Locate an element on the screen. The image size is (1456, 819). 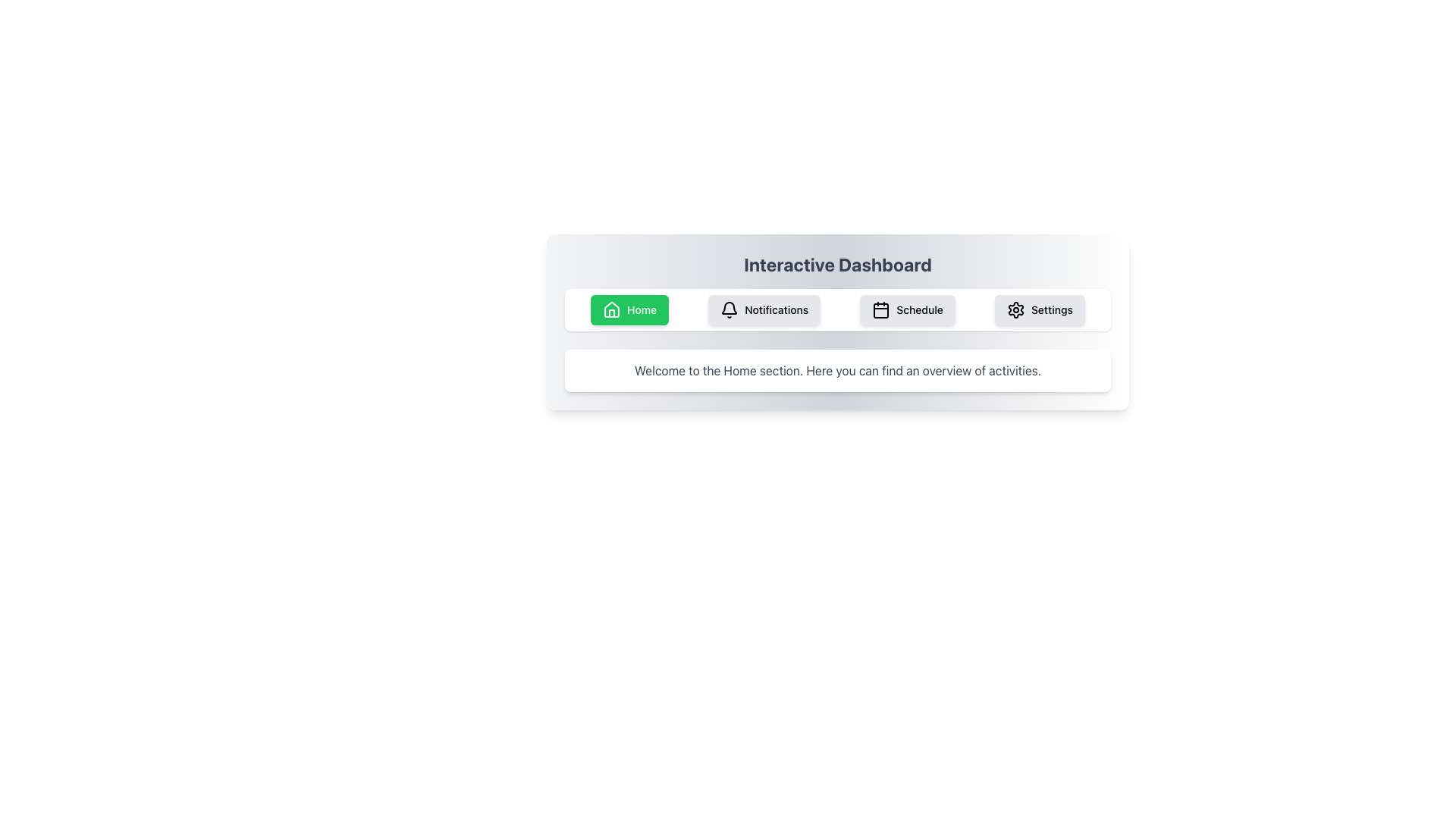
the 'Settings' icon located in the navigation bar is located at coordinates (1015, 309).